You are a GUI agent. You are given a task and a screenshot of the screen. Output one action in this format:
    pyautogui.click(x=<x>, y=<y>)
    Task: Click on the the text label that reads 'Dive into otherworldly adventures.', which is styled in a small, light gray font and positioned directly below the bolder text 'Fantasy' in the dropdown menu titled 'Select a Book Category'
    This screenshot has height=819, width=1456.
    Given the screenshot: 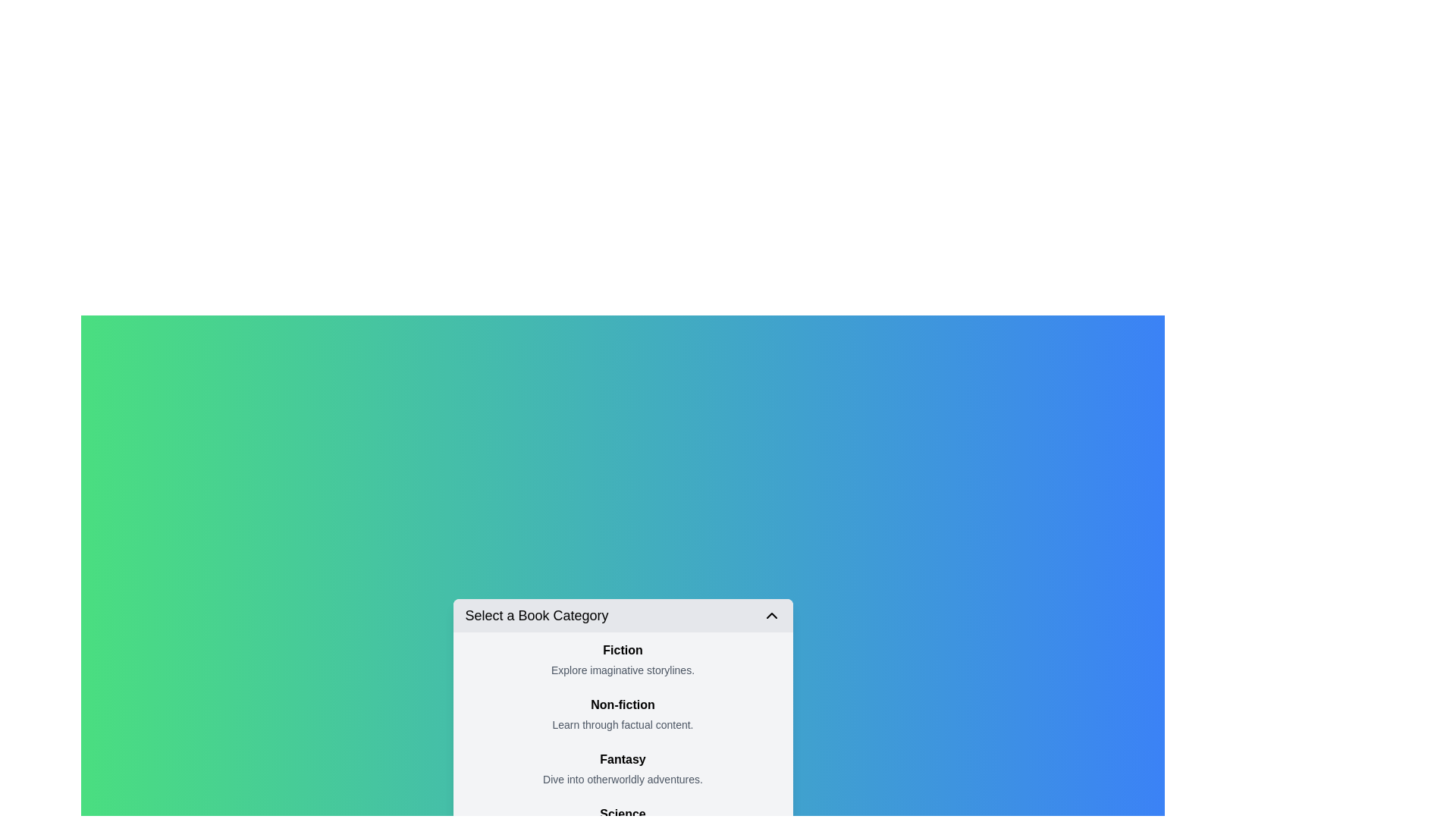 What is the action you would take?
    pyautogui.click(x=623, y=780)
    